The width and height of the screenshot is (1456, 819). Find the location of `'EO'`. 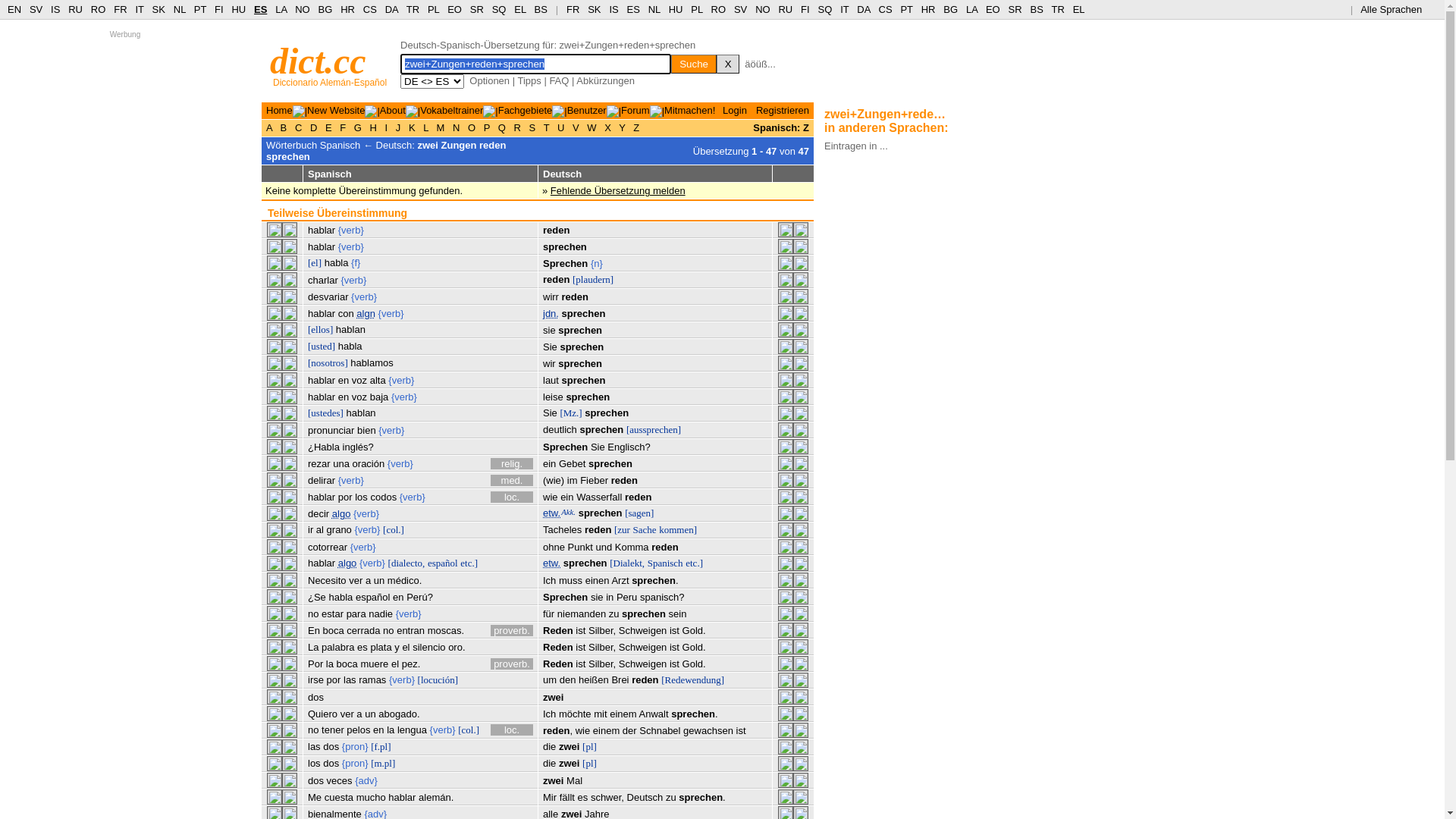

'EO' is located at coordinates (453, 9).